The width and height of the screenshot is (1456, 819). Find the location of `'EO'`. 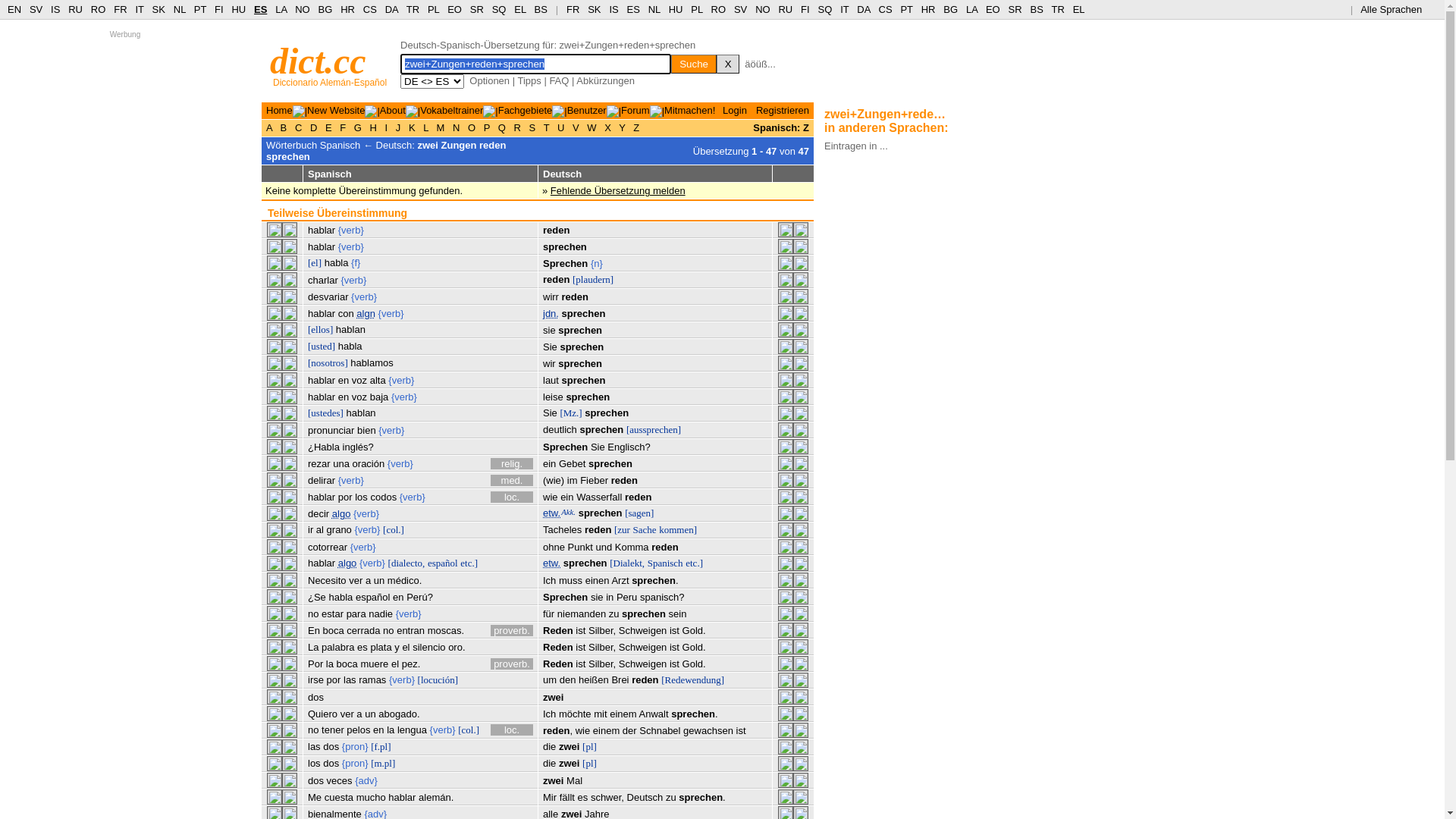

'EO' is located at coordinates (453, 9).